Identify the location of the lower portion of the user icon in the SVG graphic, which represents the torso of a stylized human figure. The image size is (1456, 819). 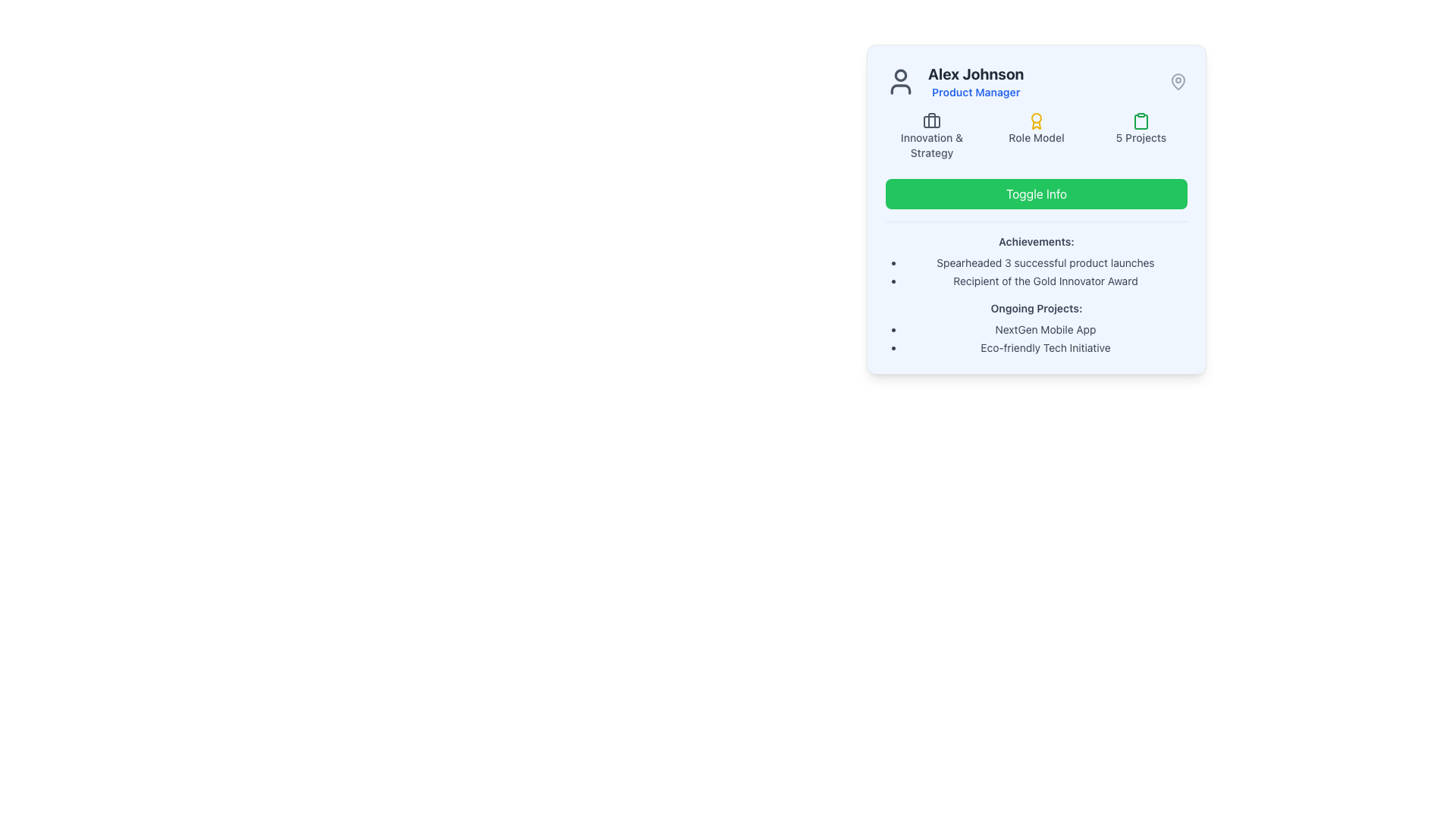
(901, 89).